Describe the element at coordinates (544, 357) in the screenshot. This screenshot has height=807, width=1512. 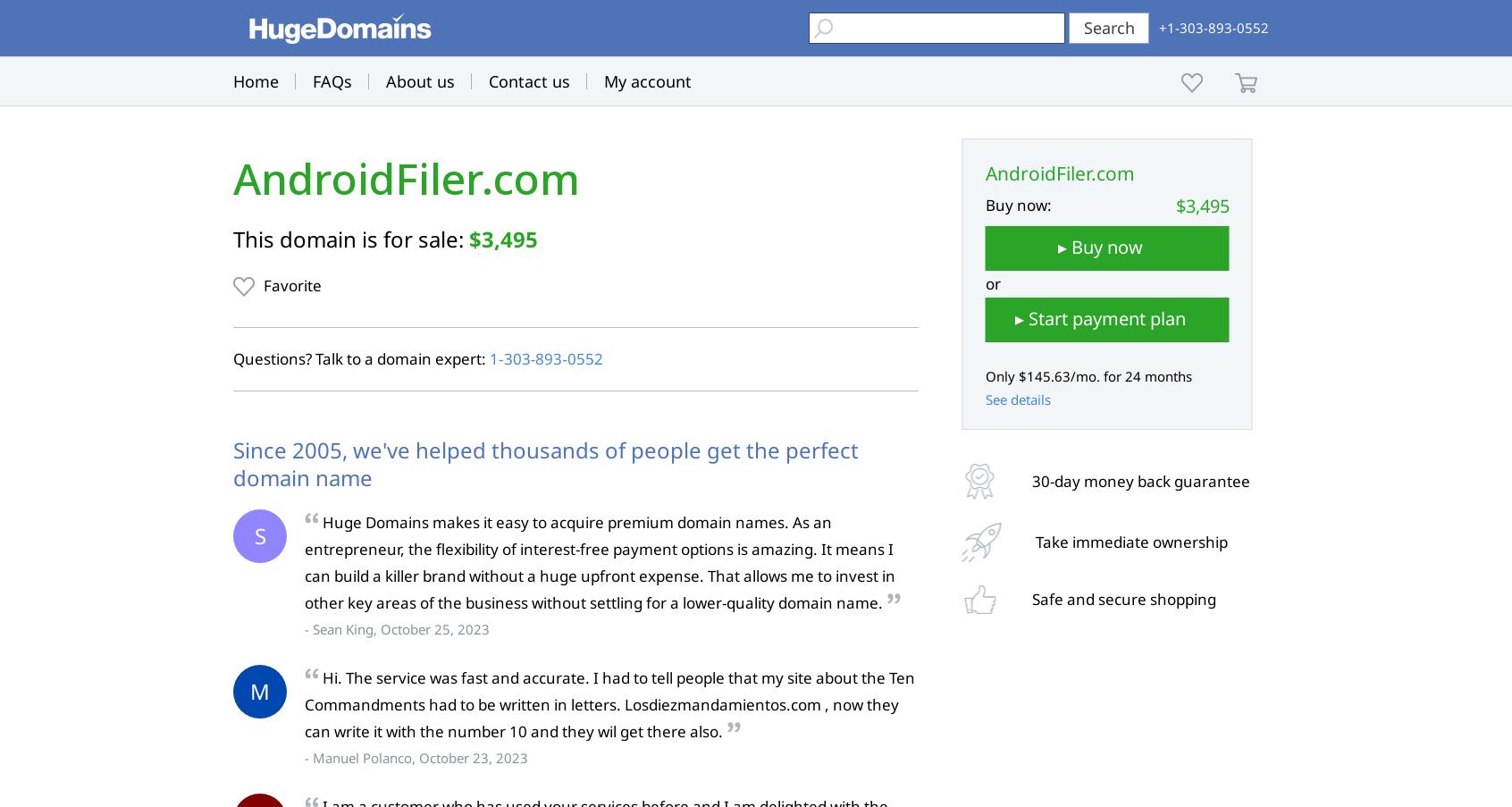
I see `'1‑303‑893‑0552'` at that location.